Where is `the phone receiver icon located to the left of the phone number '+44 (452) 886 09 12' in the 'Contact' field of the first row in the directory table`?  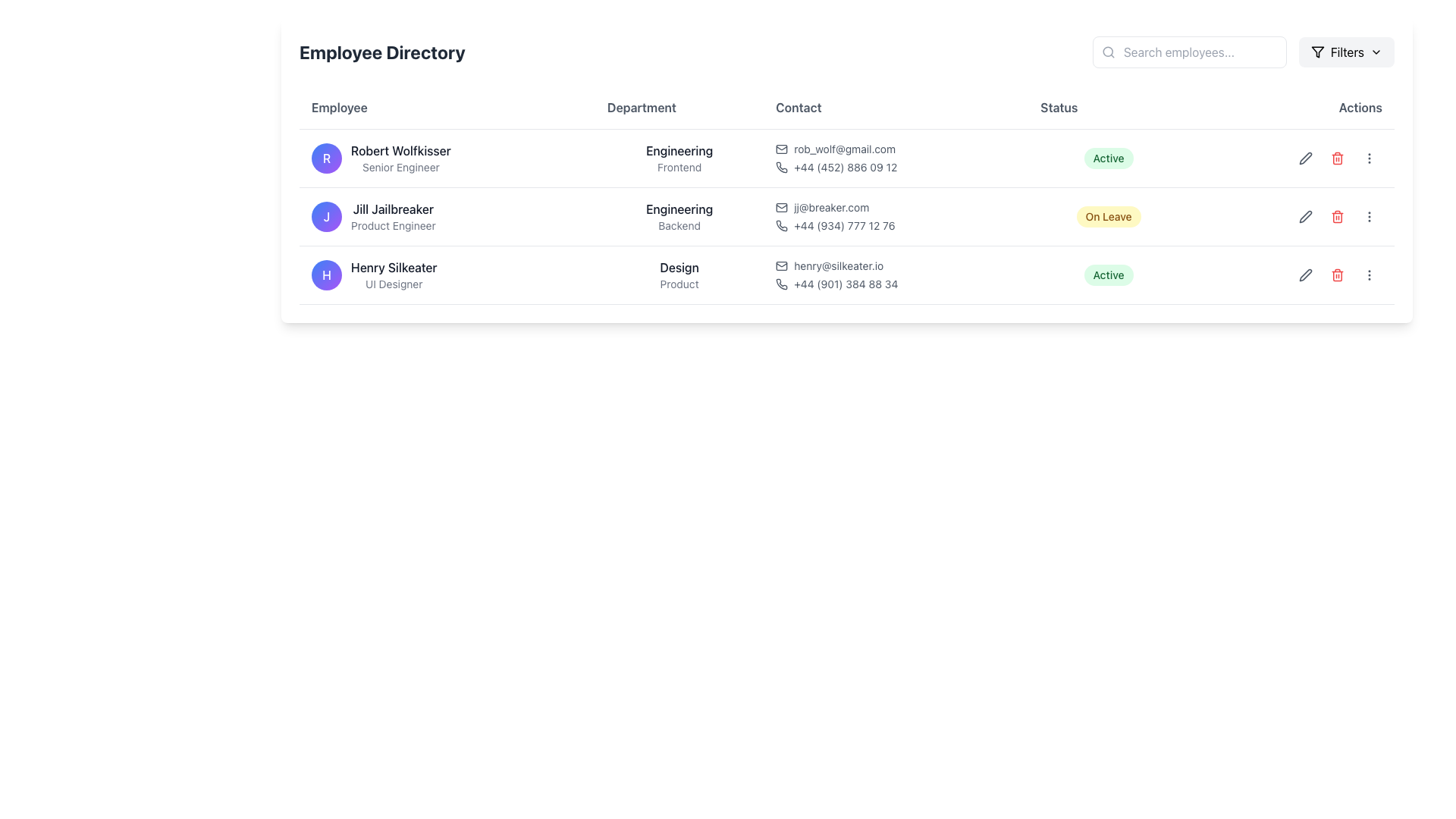 the phone receiver icon located to the left of the phone number '+44 (452) 886 09 12' in the 'Contact' field of the first row in the directory table is located at coordinates (782, 167).